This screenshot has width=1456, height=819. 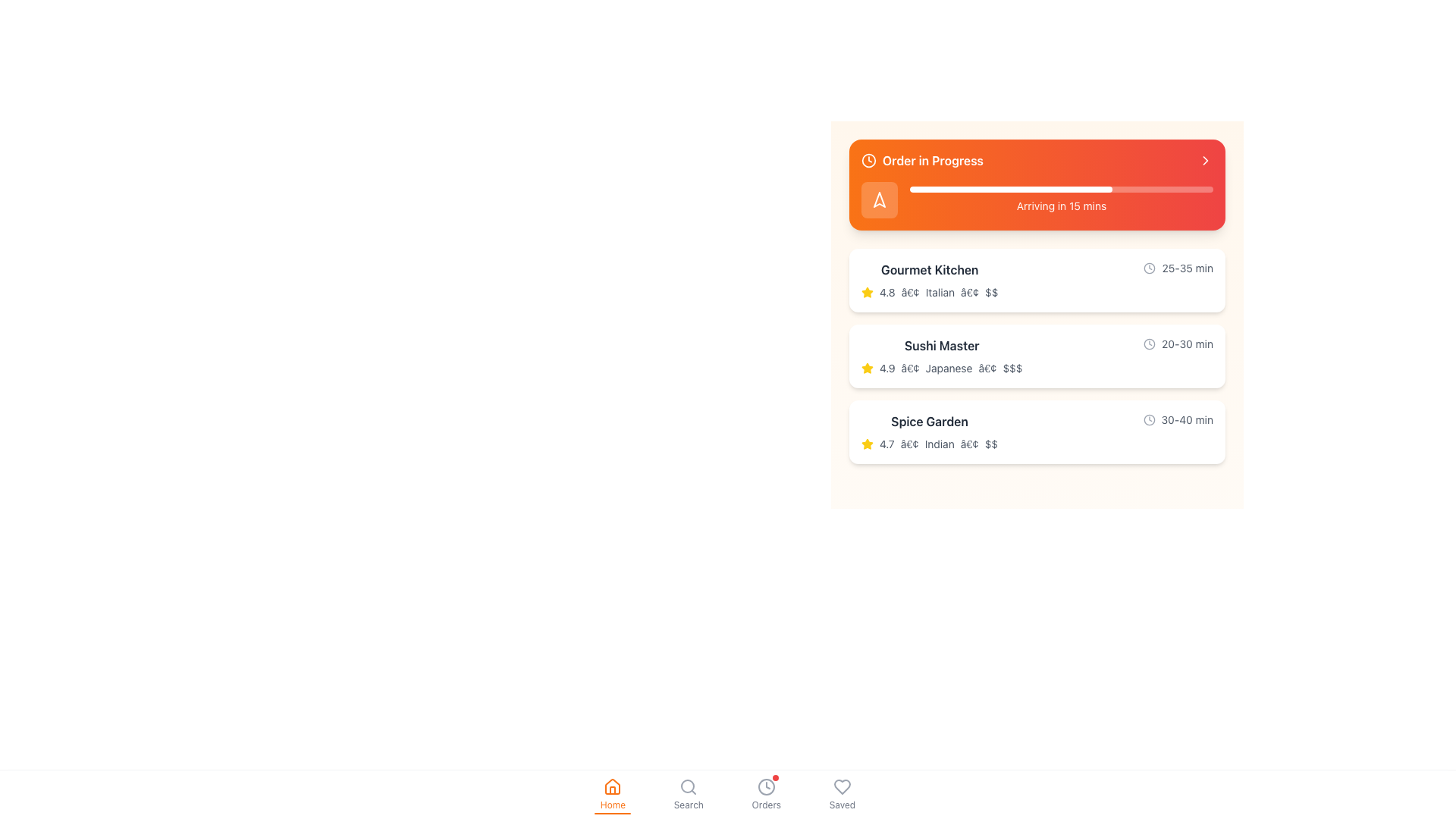 I want to click on the text label displaying two dollar signs ($$) located at the end of the 'Indian' category description in the third restaurant entry, so click(x=991, y=444).